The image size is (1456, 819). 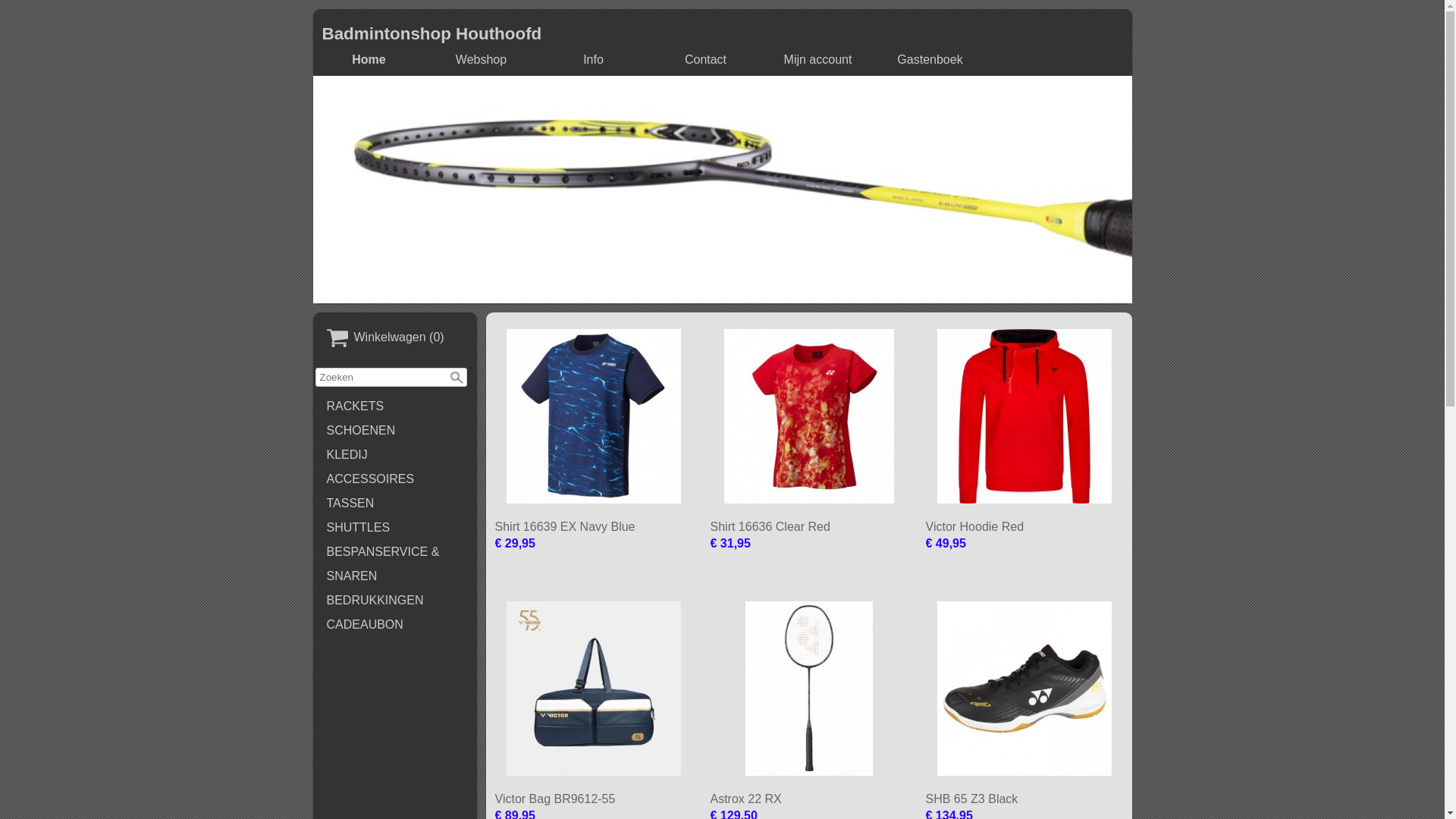 What do you see at coordinates (877, 58) in the screenshot?
I see `'Gastenboek'` at bounding box center [877, 58].